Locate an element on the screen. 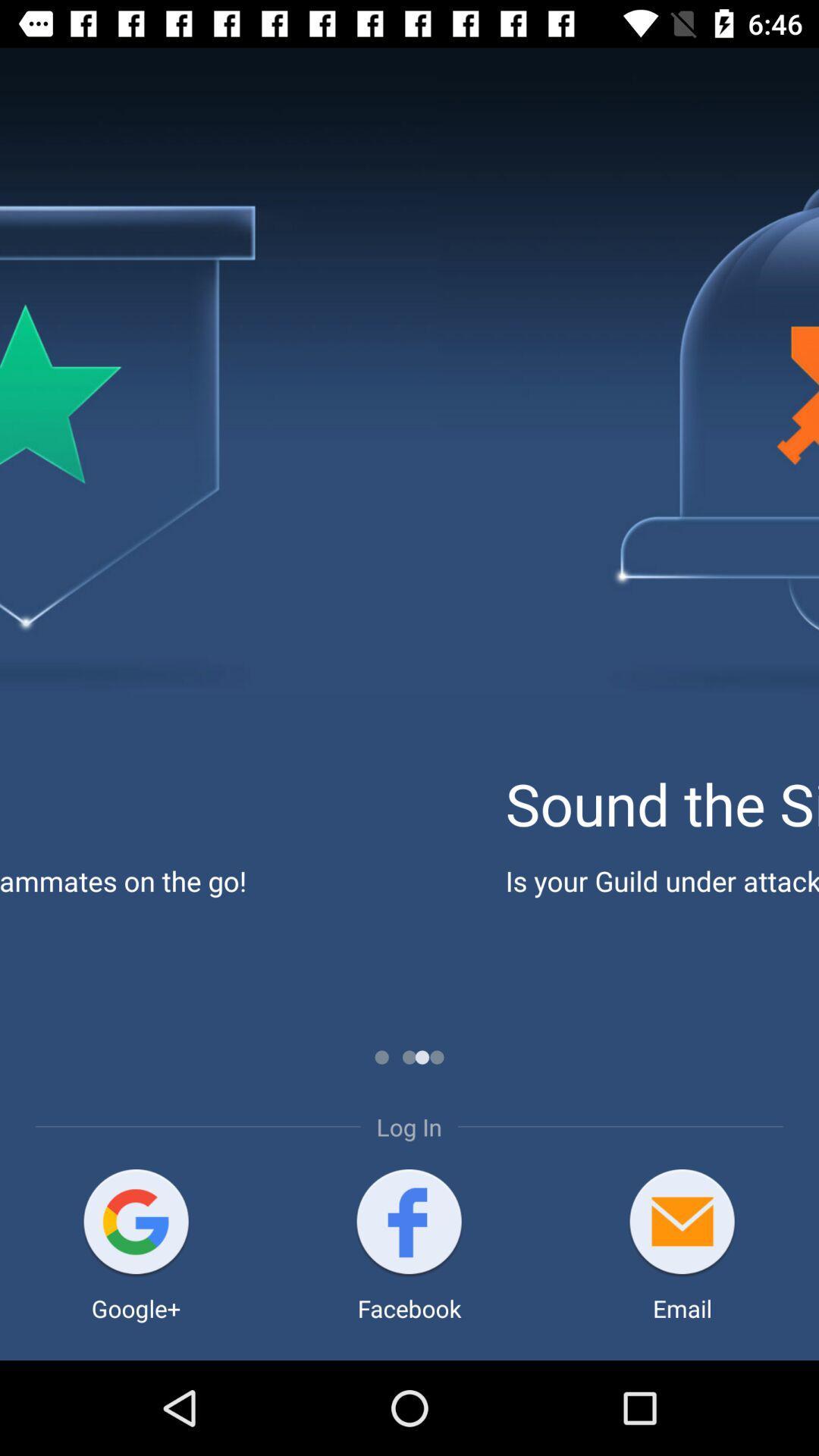 This screenshot has width=819, height=1456. app above google+ item is located at coordinates (135, 1223).